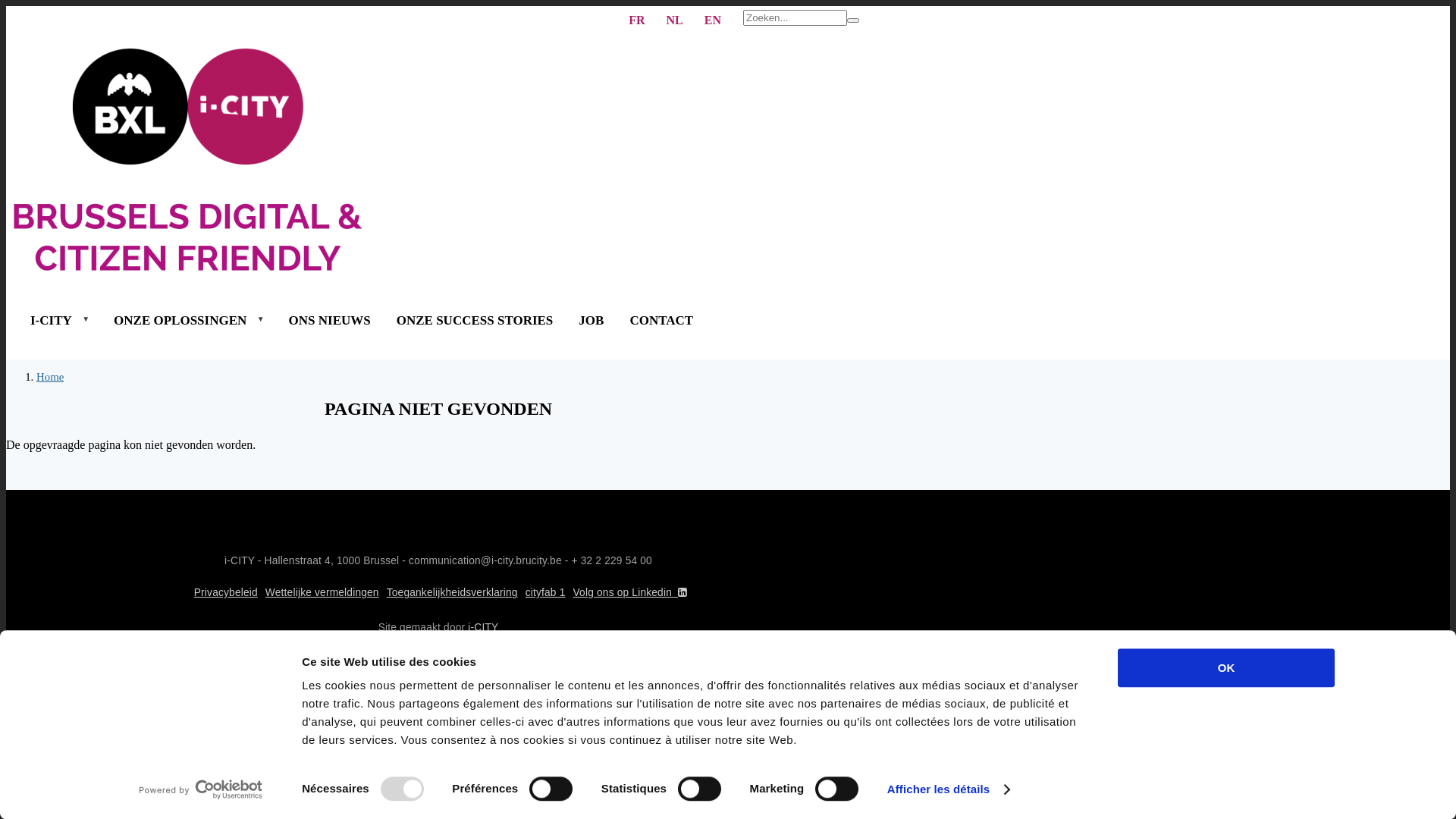 This screenshot has width=1456, height=819. I want to click on 'JOB', so click(590, 319).